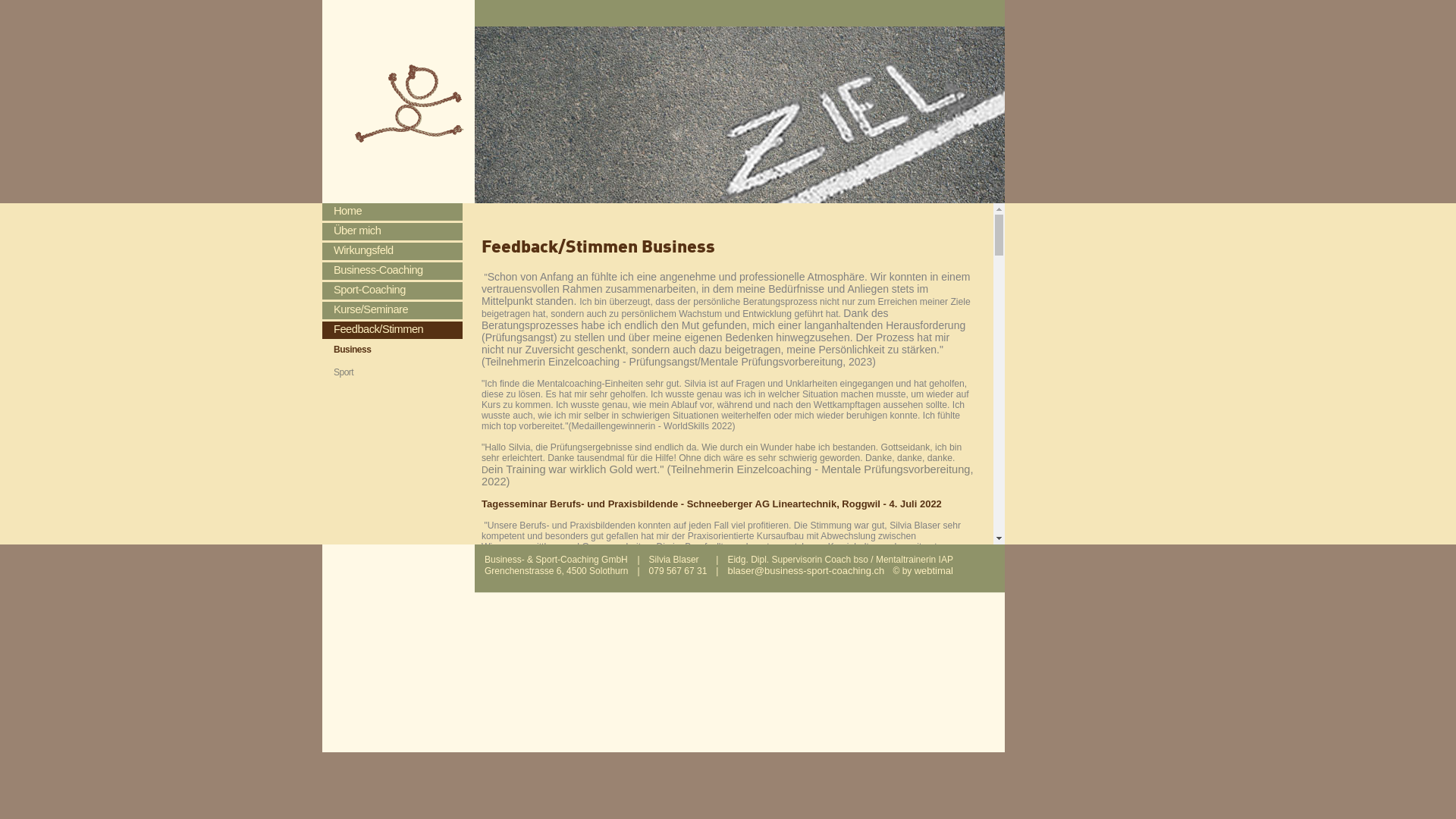 The width and height of the screenshot is (1456, 819). I want to click on 'webtimal', so click(933, 568).